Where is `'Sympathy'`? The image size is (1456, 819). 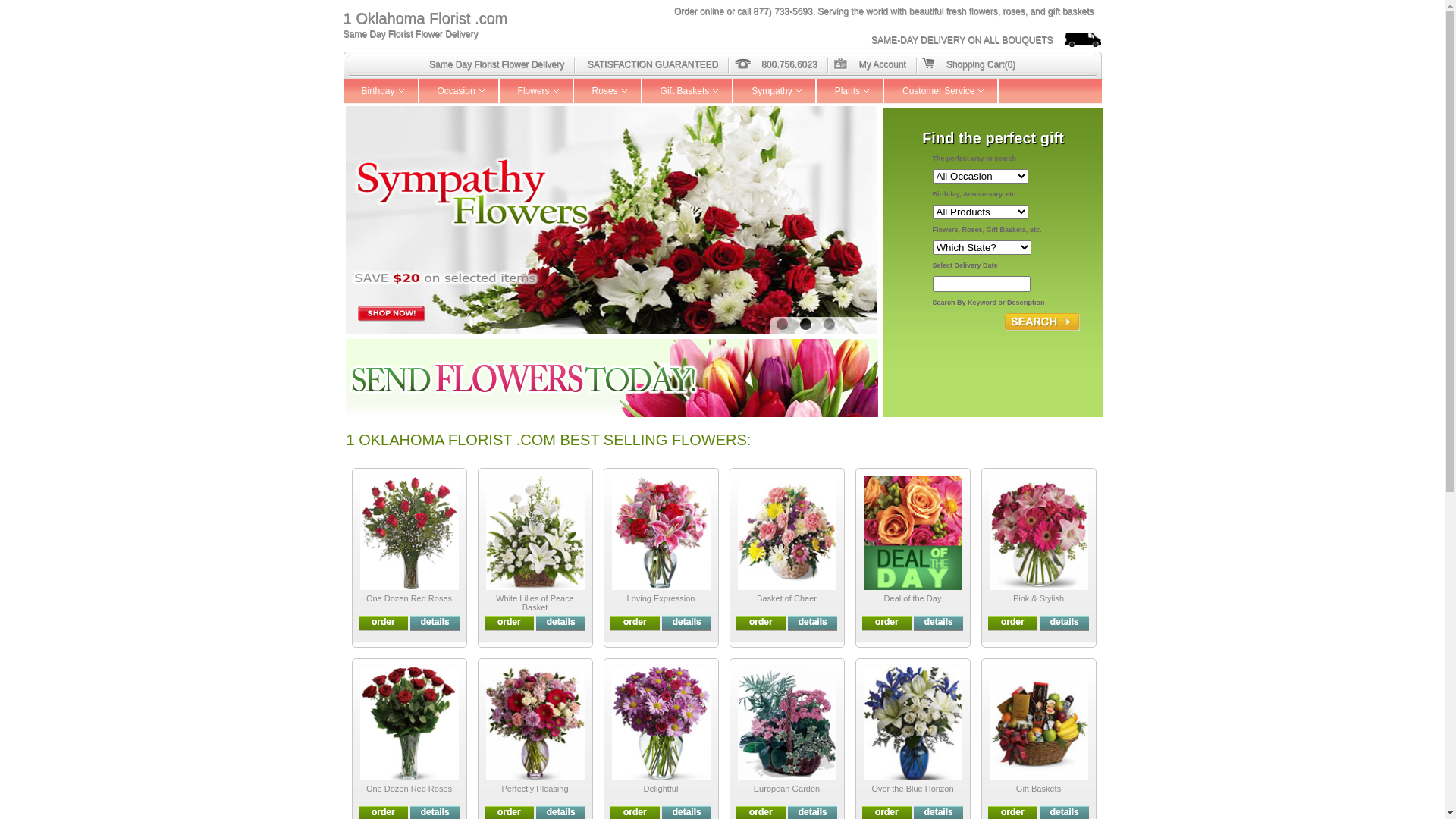
'Sympathy' is located at coordinates (774, 90).